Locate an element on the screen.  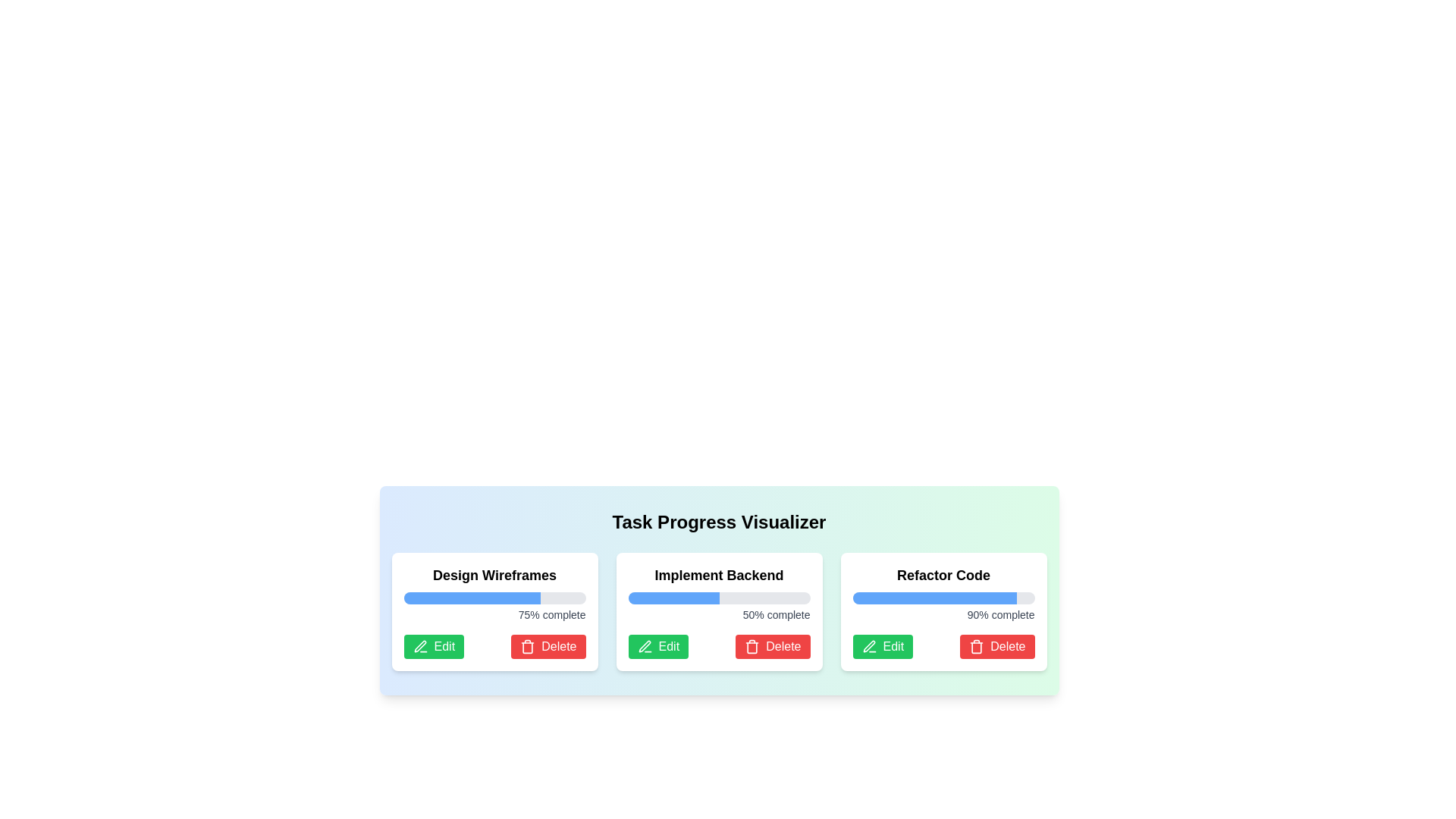
the horizontal progress bar located within the 'Refactor Code' card, which displays a filled blue section and is visually positioned above the '90% complete' text is located at coordinates (943, 598).